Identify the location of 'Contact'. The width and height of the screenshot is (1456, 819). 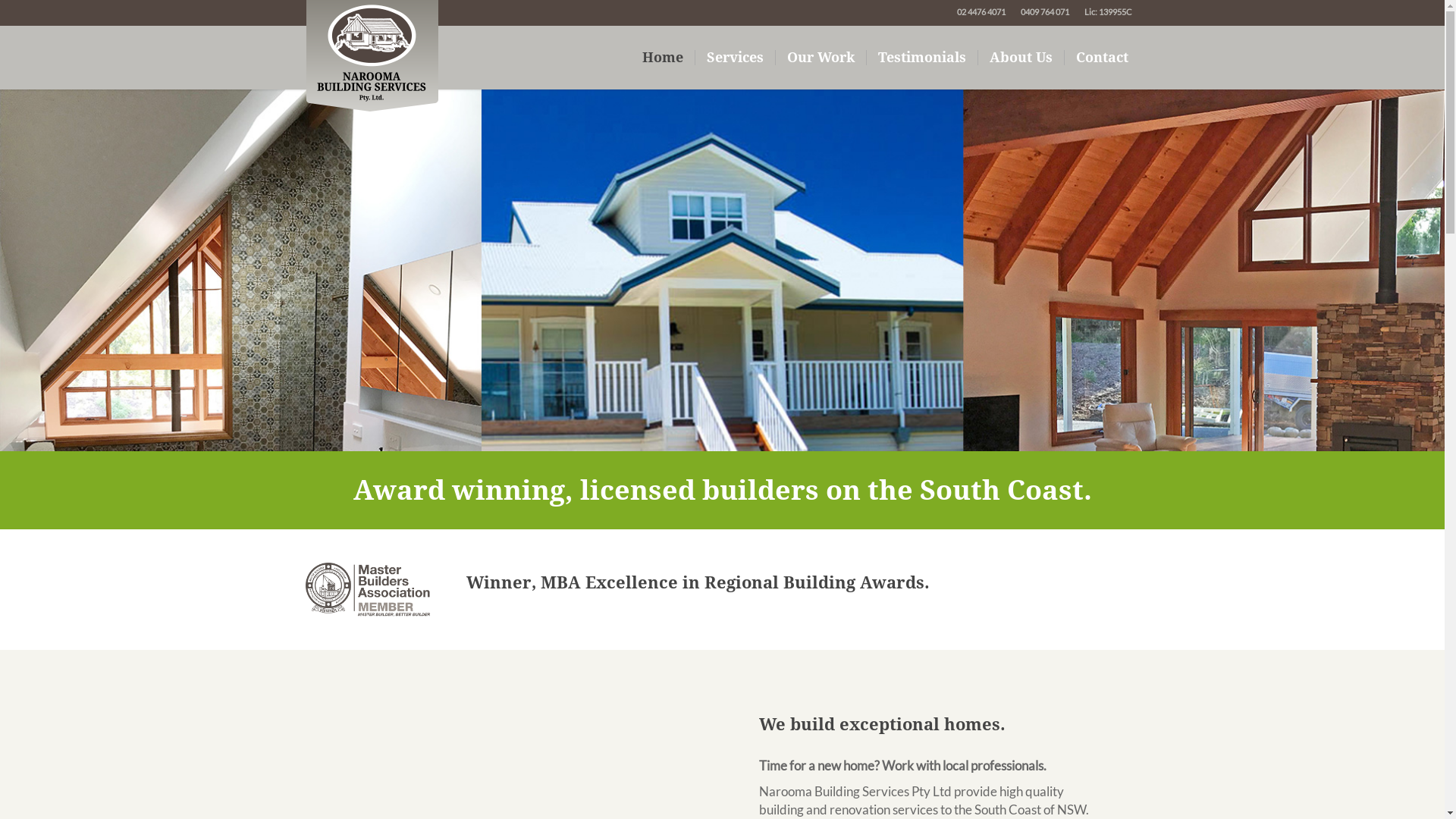
(1063, 57).